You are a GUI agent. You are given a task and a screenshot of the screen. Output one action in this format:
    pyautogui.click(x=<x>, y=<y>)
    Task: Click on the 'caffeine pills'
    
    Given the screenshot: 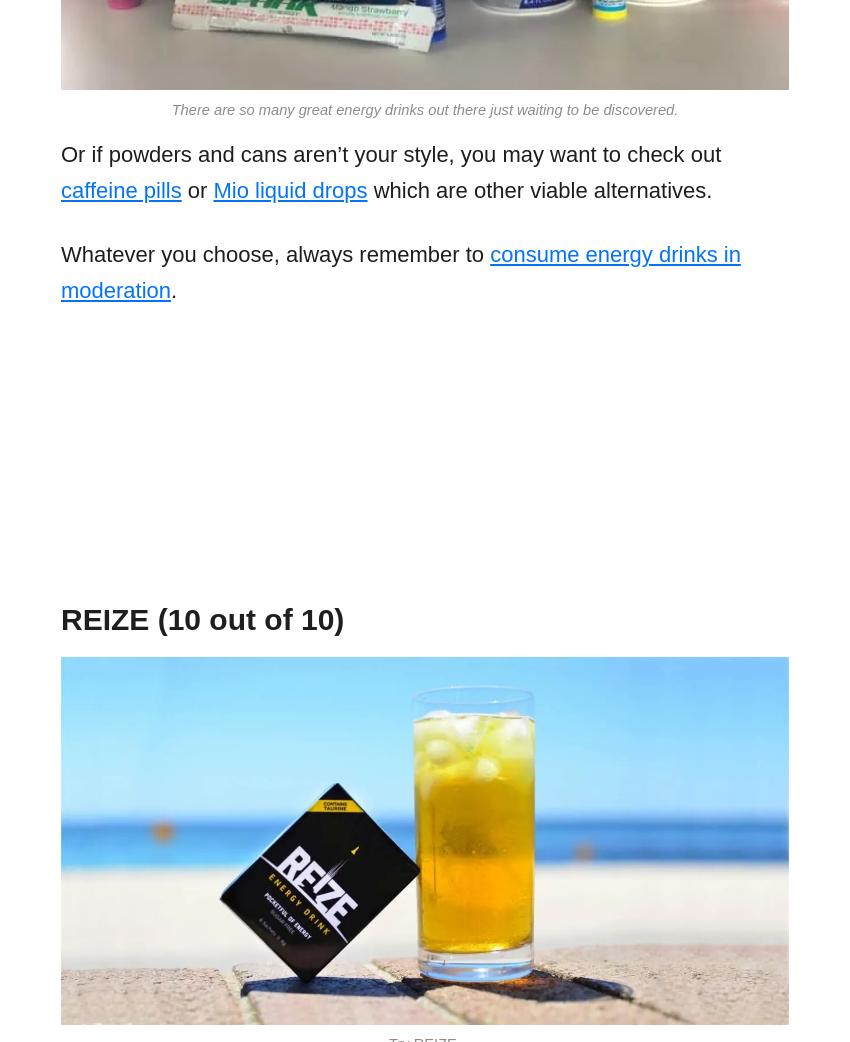 What is the action you would take?
    pyautogui.click(x=120, y=189)
    